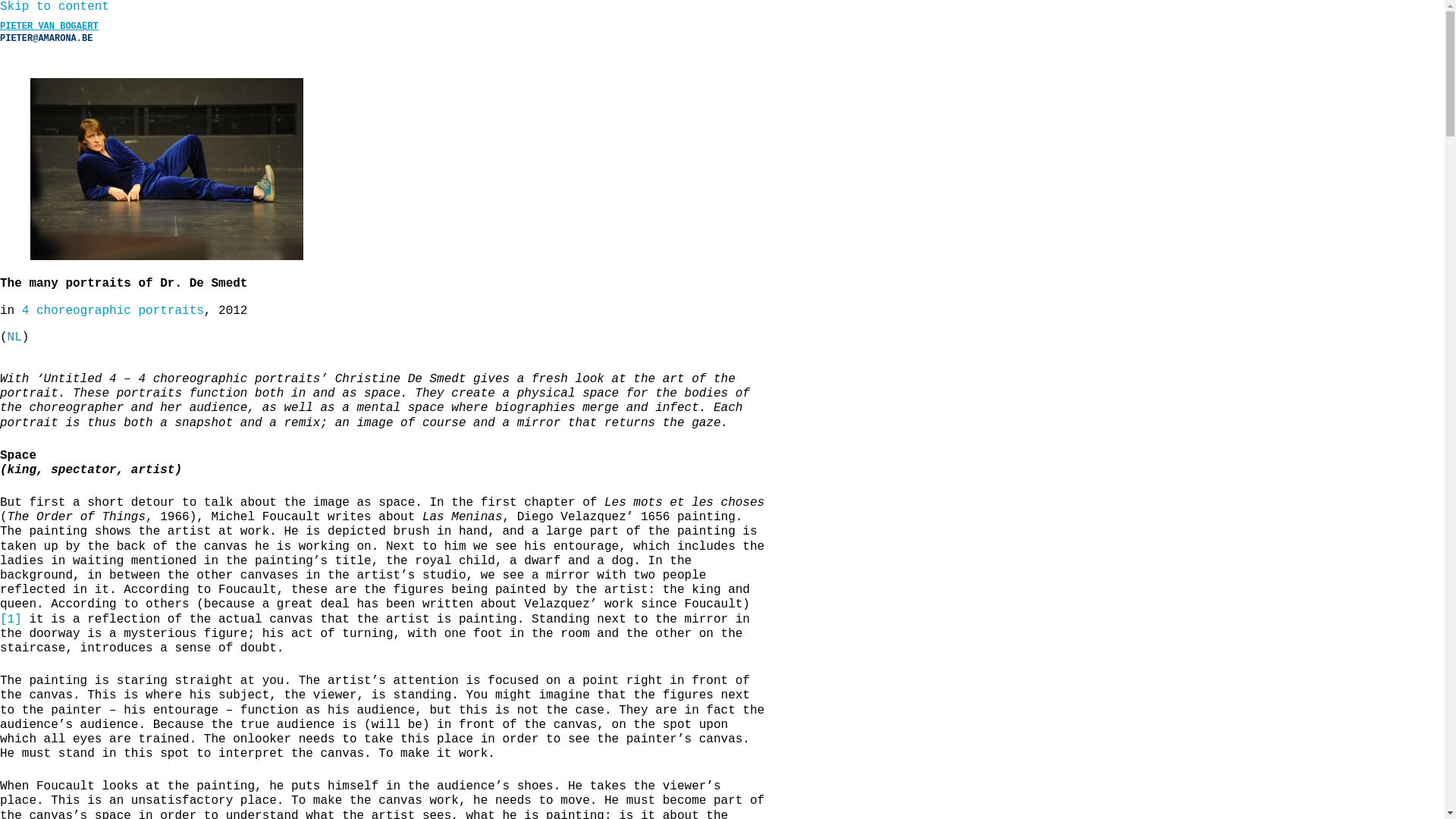 The width and height of the screenshot is (1456, 819). What do you see at coordinates (55, 6) in the screenshot?
I see `'Skip to content'` at bounding box center [55, 6].